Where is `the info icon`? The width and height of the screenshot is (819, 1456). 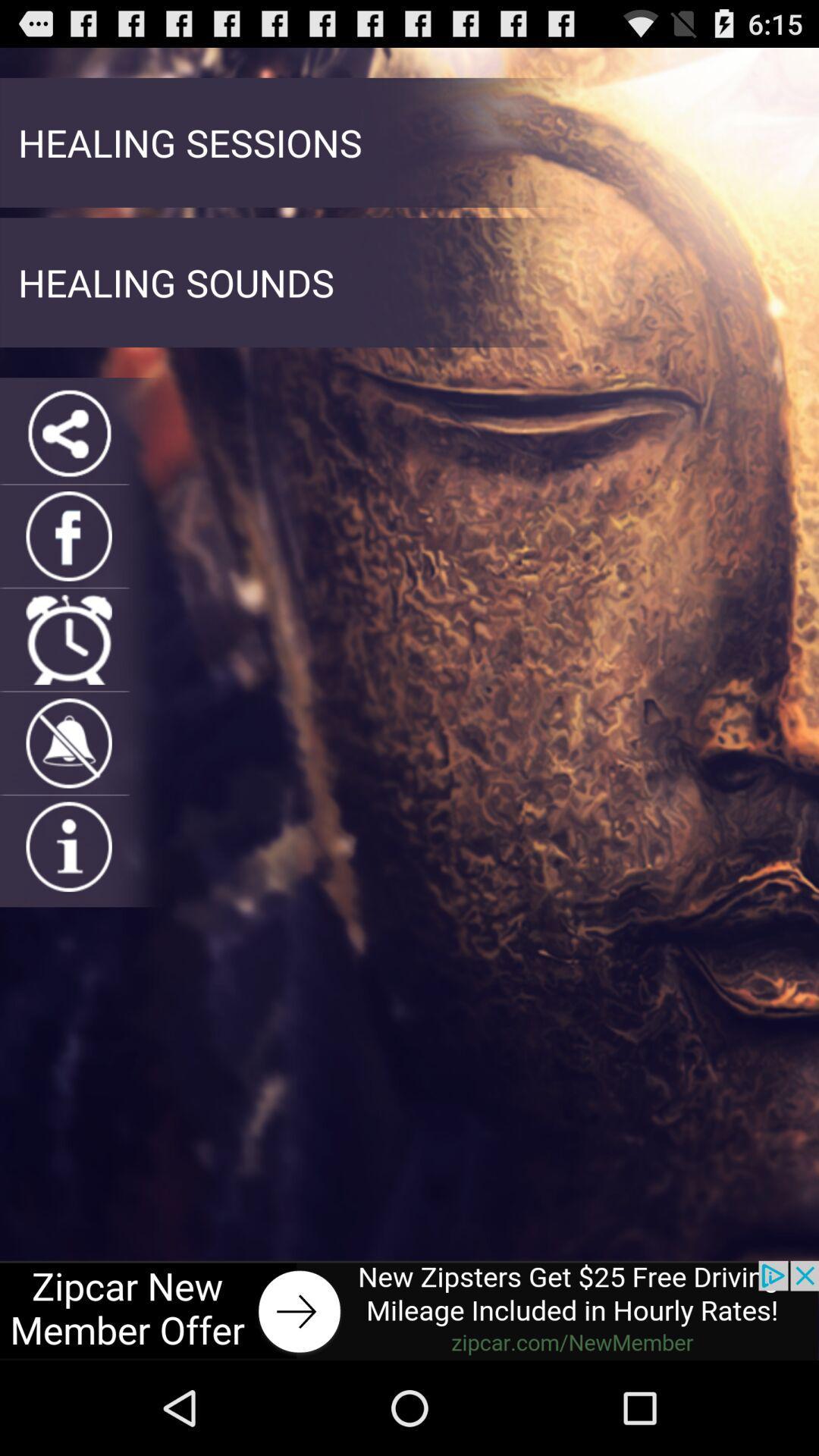
the info icon is located at coordinates (69, 906).